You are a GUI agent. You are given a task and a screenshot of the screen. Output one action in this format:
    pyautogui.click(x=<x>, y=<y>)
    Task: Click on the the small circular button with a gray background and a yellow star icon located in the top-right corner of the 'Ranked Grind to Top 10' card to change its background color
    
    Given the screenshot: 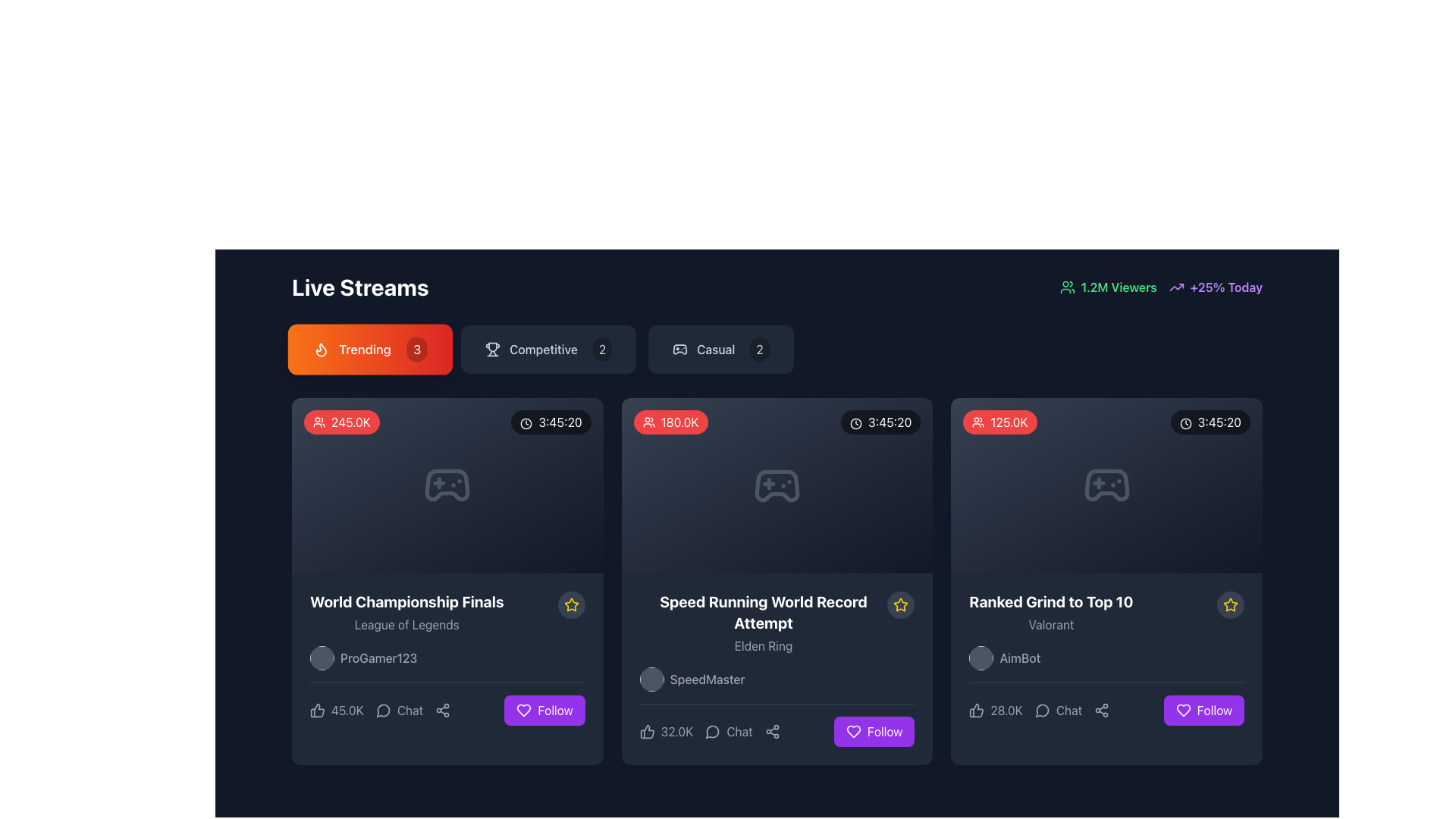 What is the action you would take?
    pyautogui.click(x=1230, y=604)
    